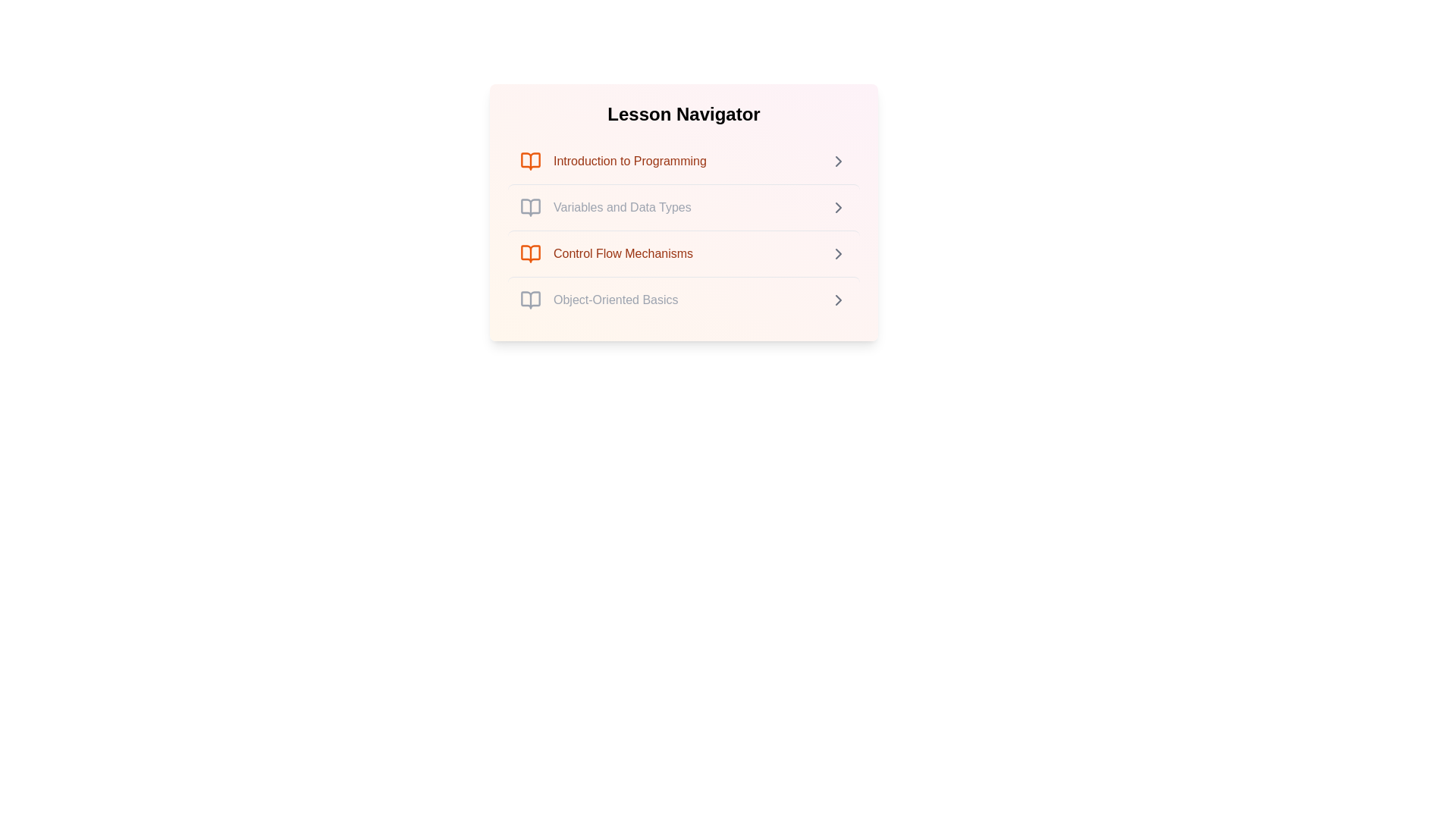 The height and width of the screenshot is (819, 1456). What do you see at coordinates (683, 253) in the screenshot?
I see `the lesson item corresponding to Control Flow Mechanisms` at bounding box center [683, 253].